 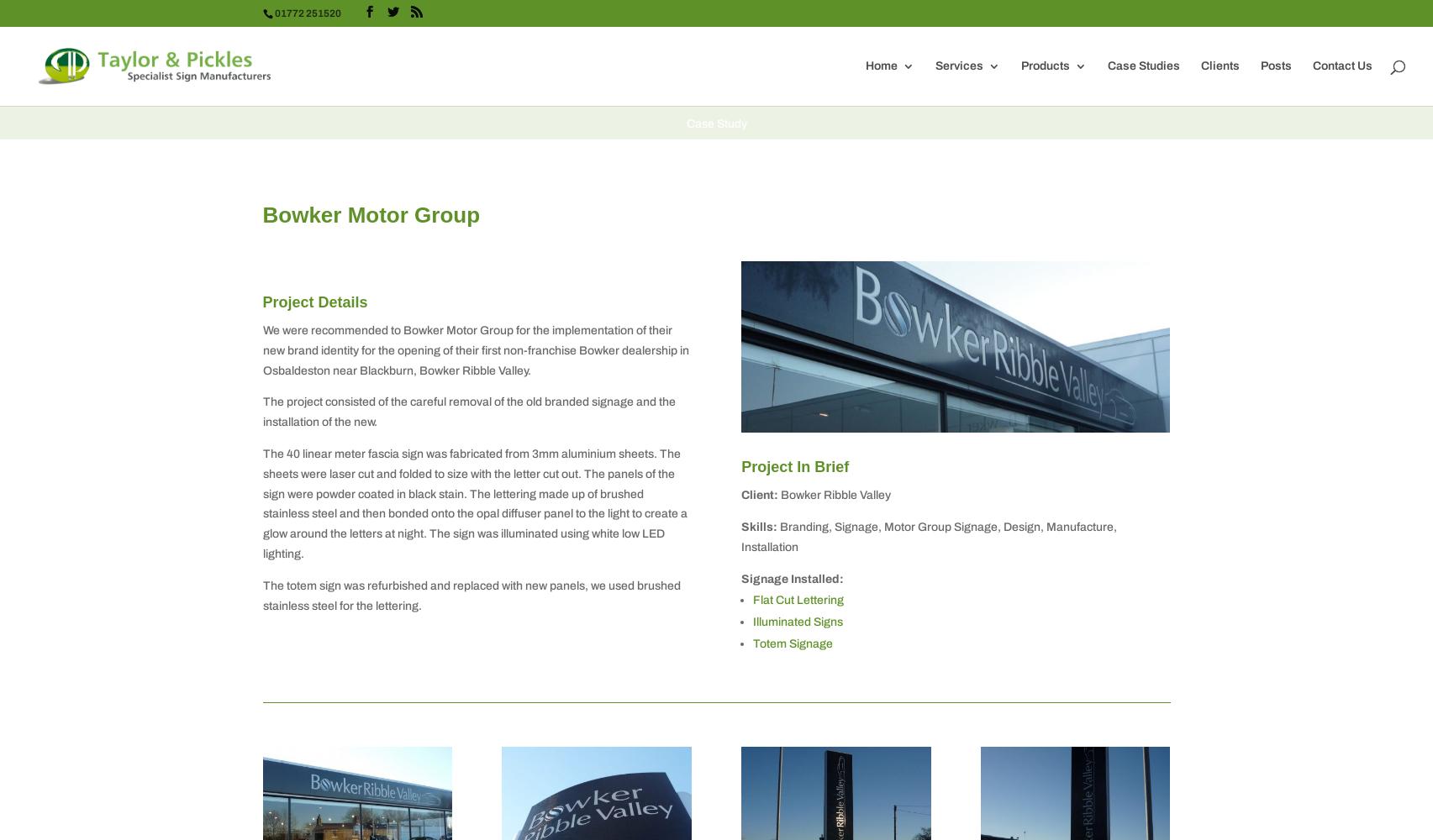 What do you see at coordinates (923, 141) in the screenshot?
I see `'About Us'` at bounding box center [923, 141].